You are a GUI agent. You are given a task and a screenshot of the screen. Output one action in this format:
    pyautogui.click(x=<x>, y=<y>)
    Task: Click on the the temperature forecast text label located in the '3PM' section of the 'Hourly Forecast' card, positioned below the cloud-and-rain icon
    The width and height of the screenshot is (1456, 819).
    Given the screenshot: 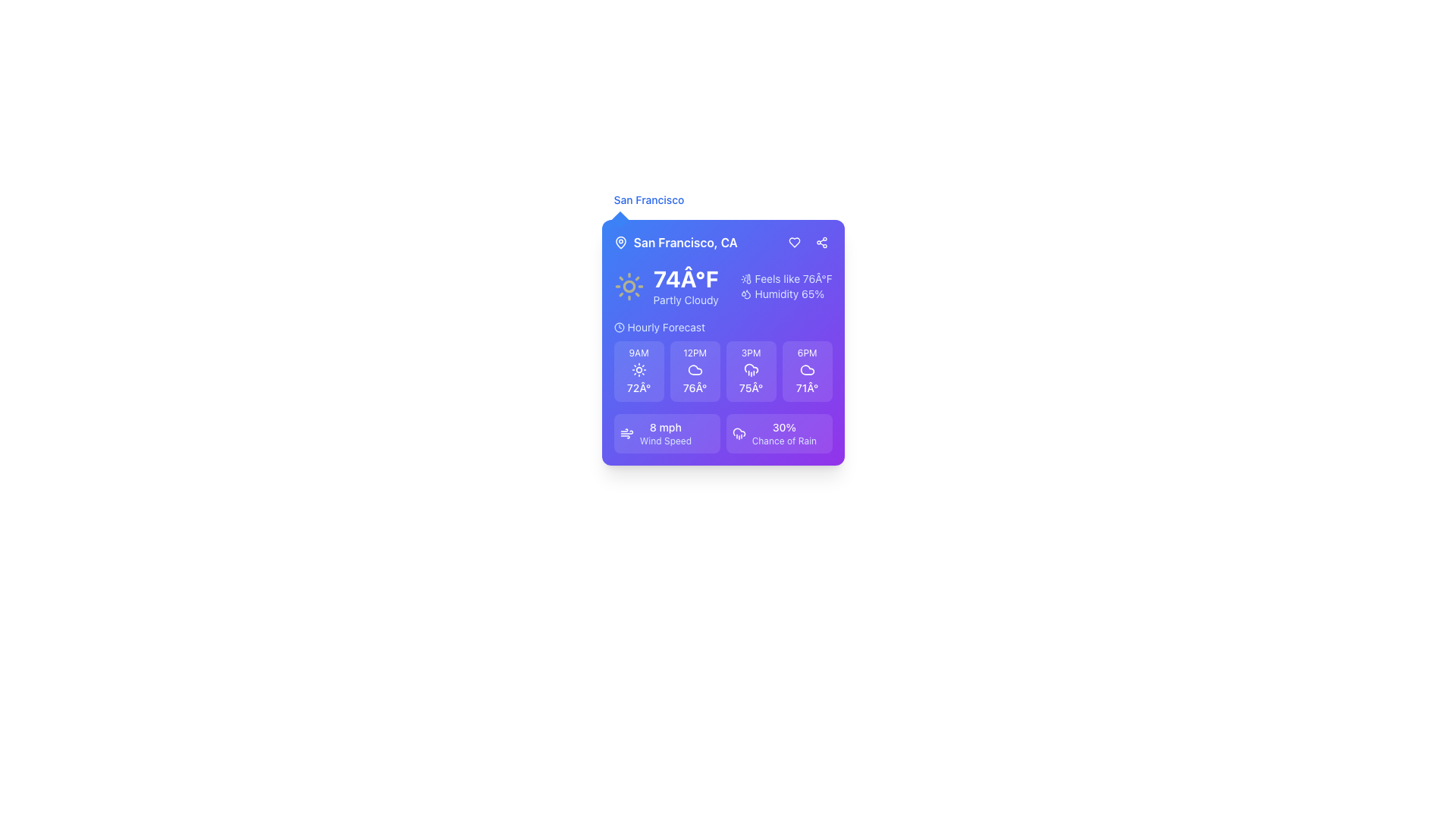 What is the action you would take?
    pyautogui.click(x=751, y=388)
    